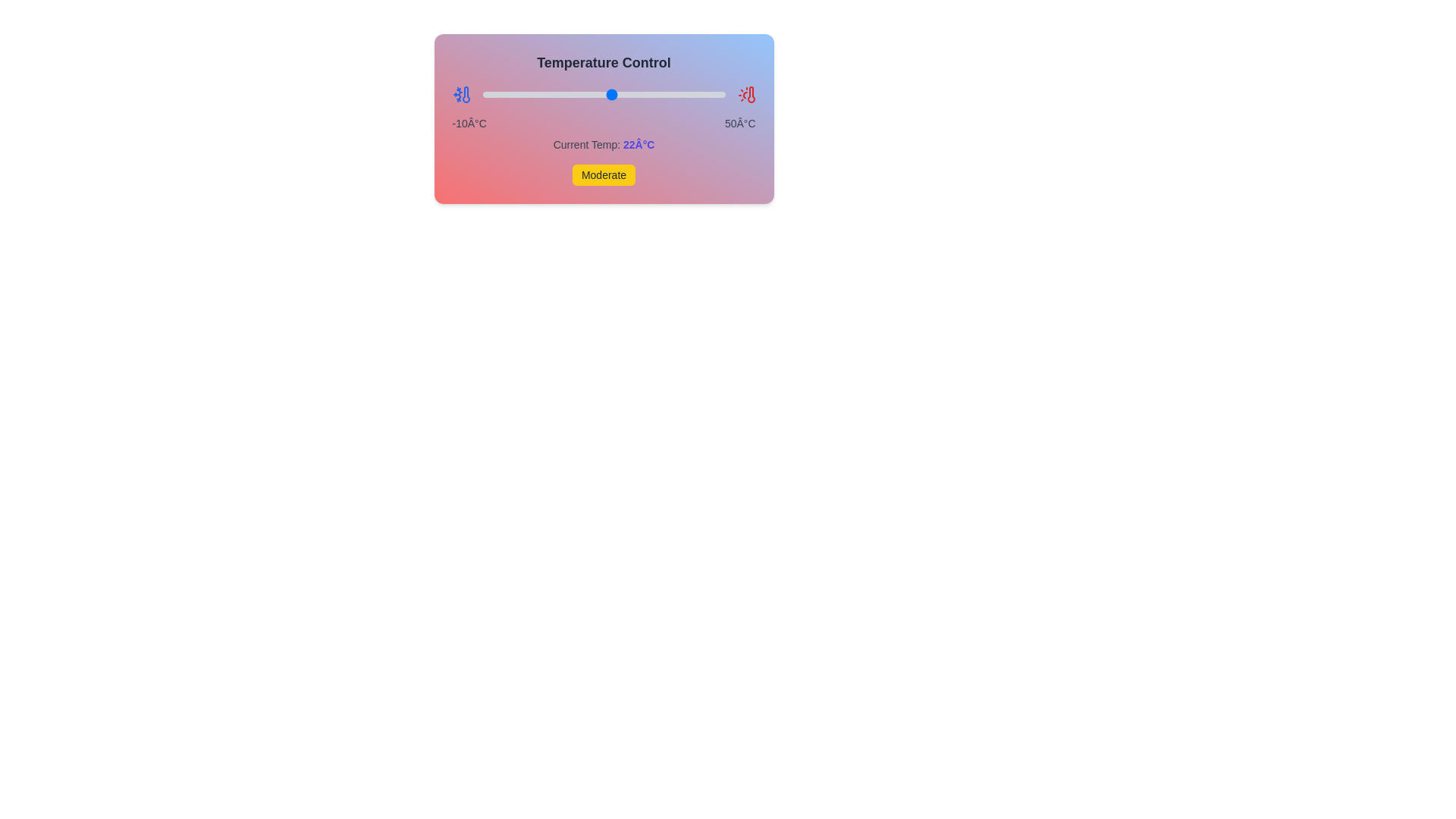 Image resolution: width=1456 pixels, height=819 pixels. Describe the element at coordinates (603, 174) in the screenshot. I see `the colored status indicator labeled 'Moderate'` at that location.